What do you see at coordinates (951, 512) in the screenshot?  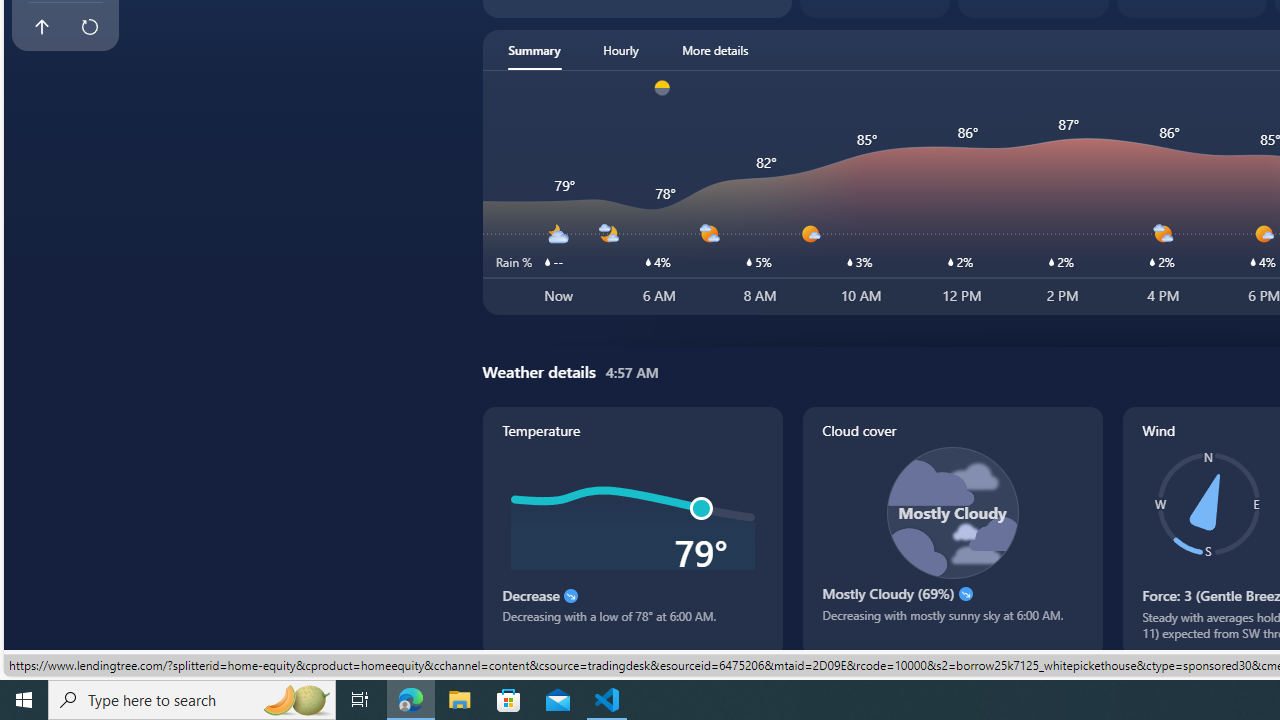 I see `'Class: cloudCoverSvg-DS-ps0R9q'` at bounding box center [951, 512].